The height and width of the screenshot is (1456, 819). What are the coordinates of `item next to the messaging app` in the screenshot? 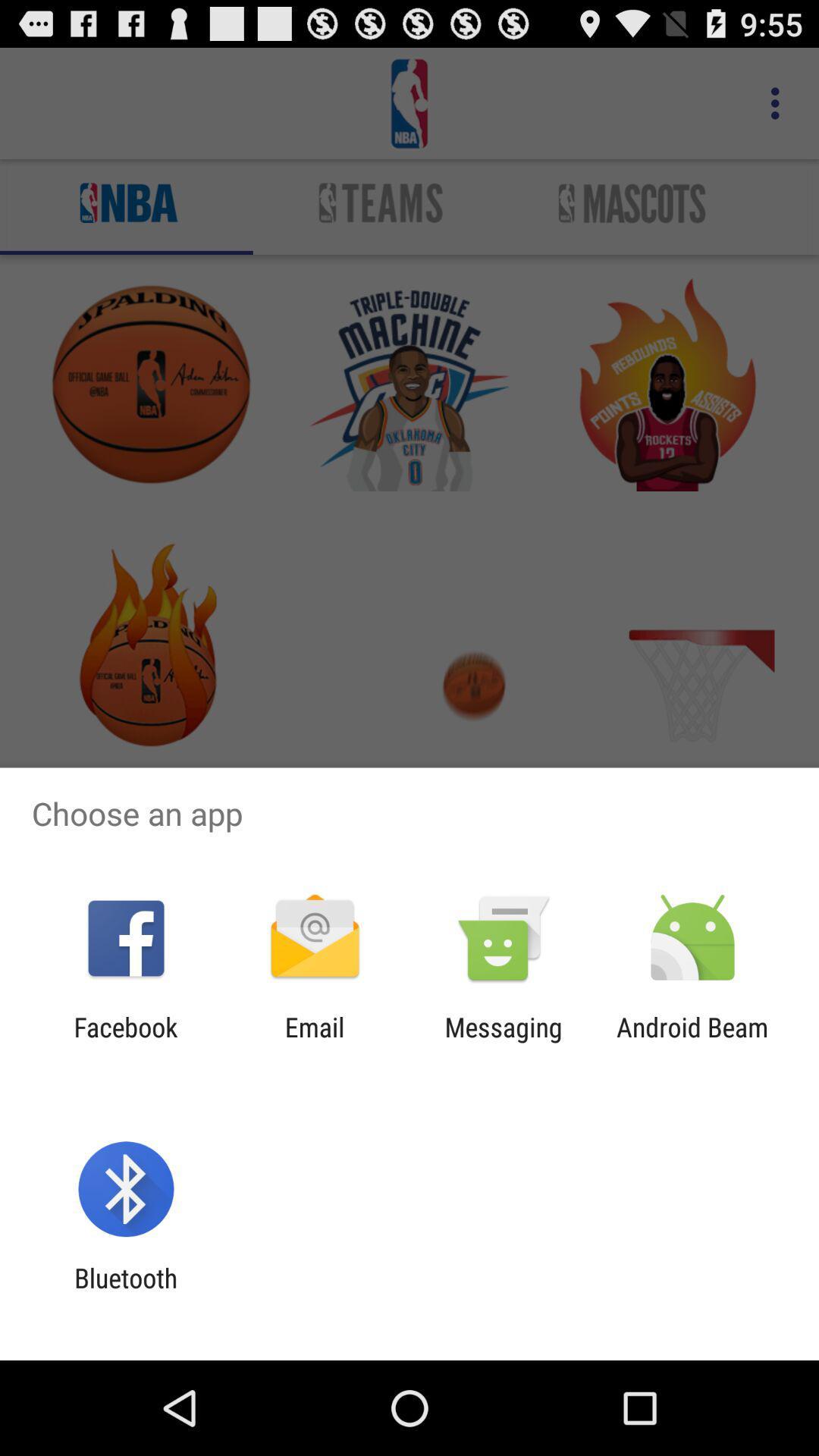 It's located at (314, 1042).